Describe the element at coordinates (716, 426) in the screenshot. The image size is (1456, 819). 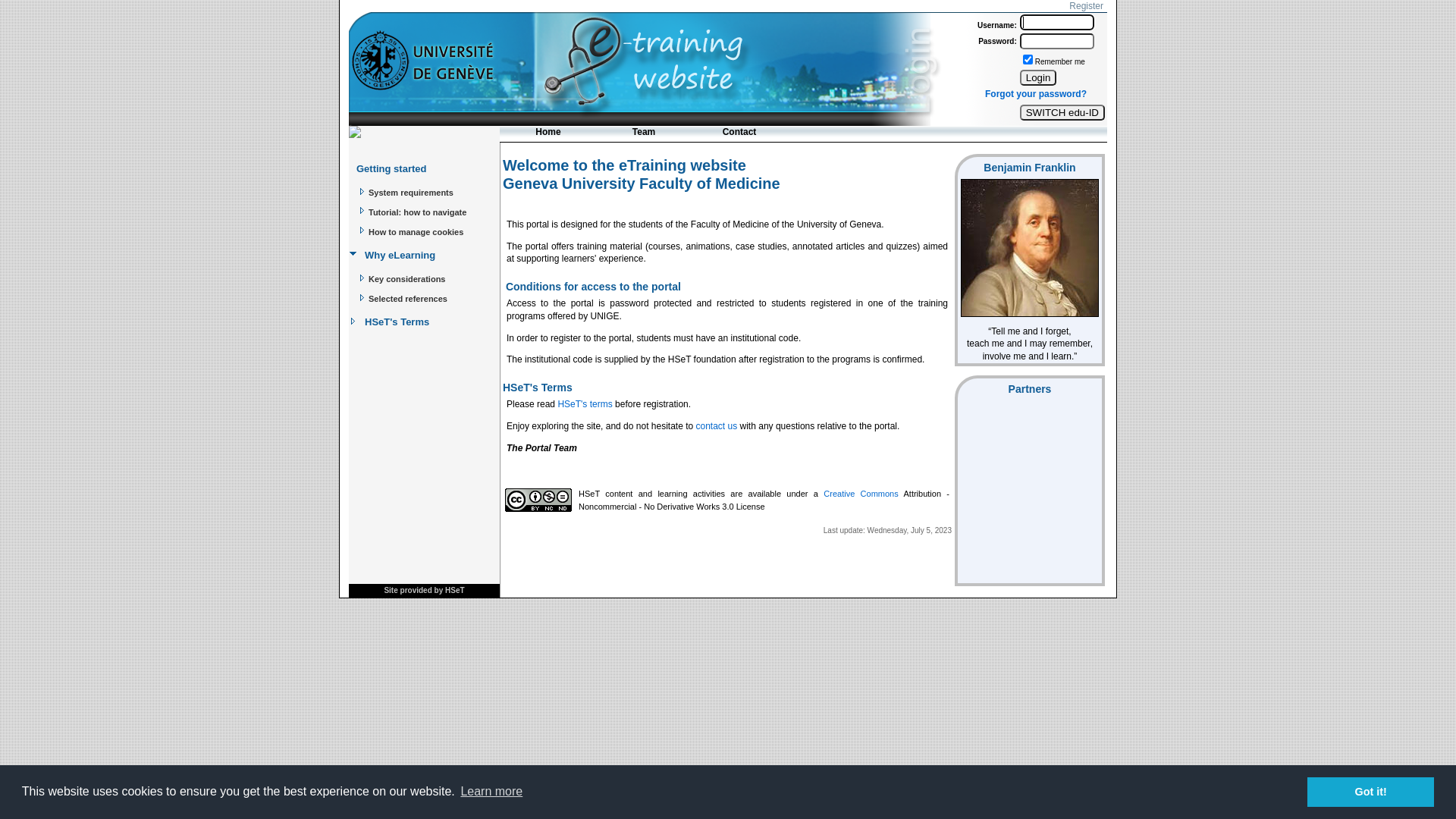
I see `'contact us'` at that location.